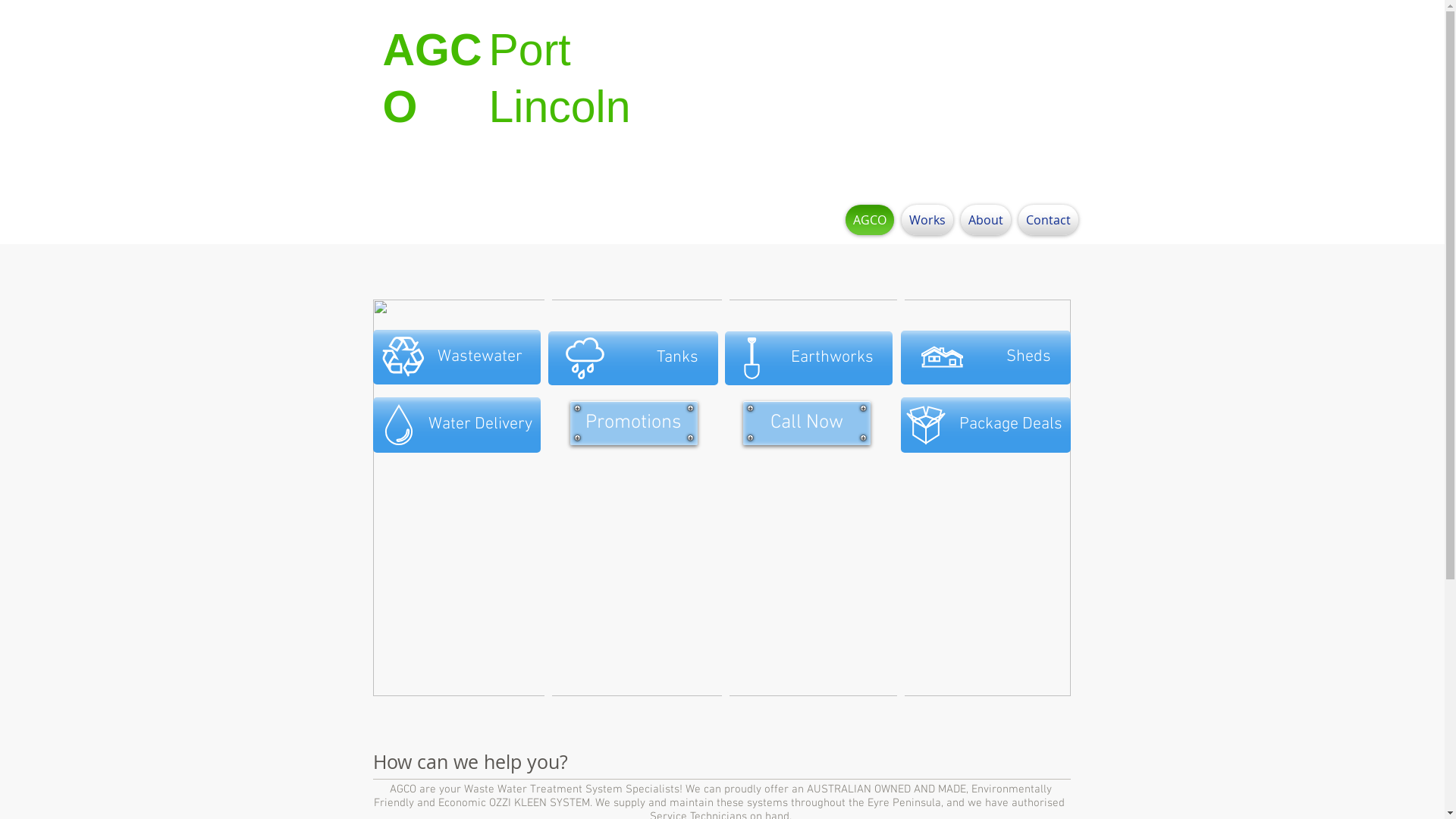 This screenshot has height=819, width=1456. Describe the element at coordinates (870, 219) in the screenshot. I see `'AGCO'` at that location.